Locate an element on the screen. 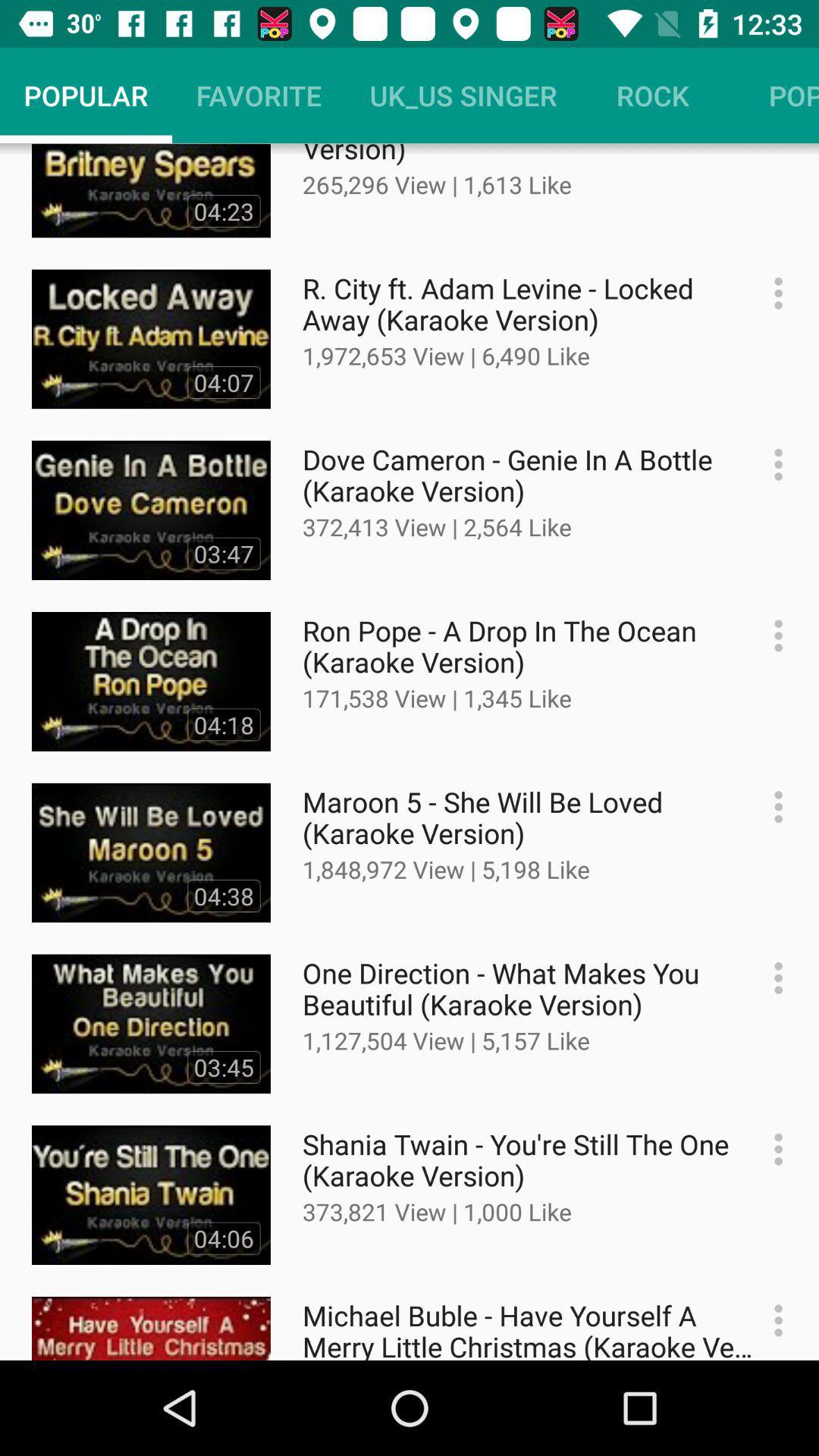  more options is located at coordinates (770, 1319).